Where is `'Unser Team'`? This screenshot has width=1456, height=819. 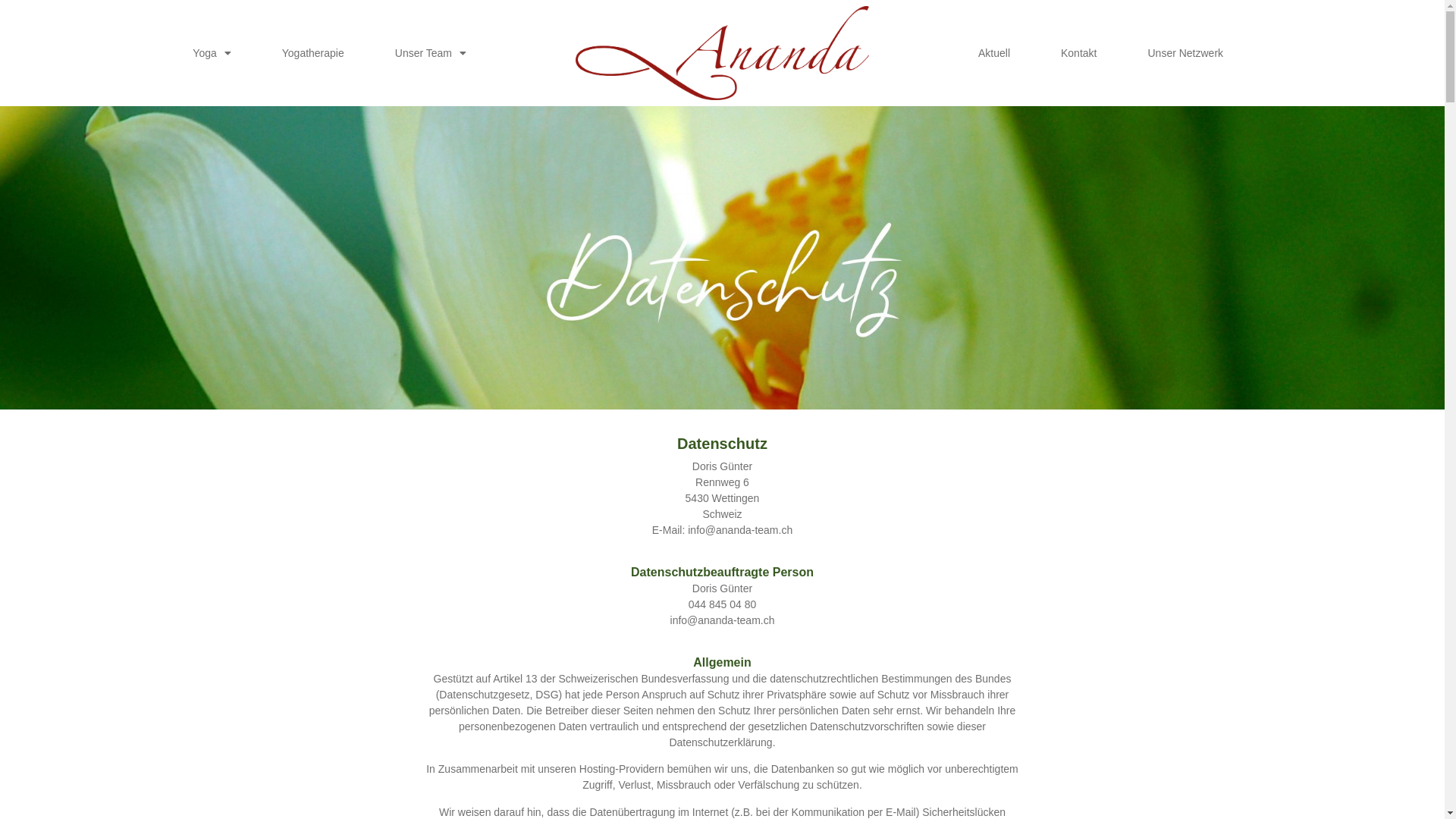
'Unser Team' is located at coordinates (379, 52).